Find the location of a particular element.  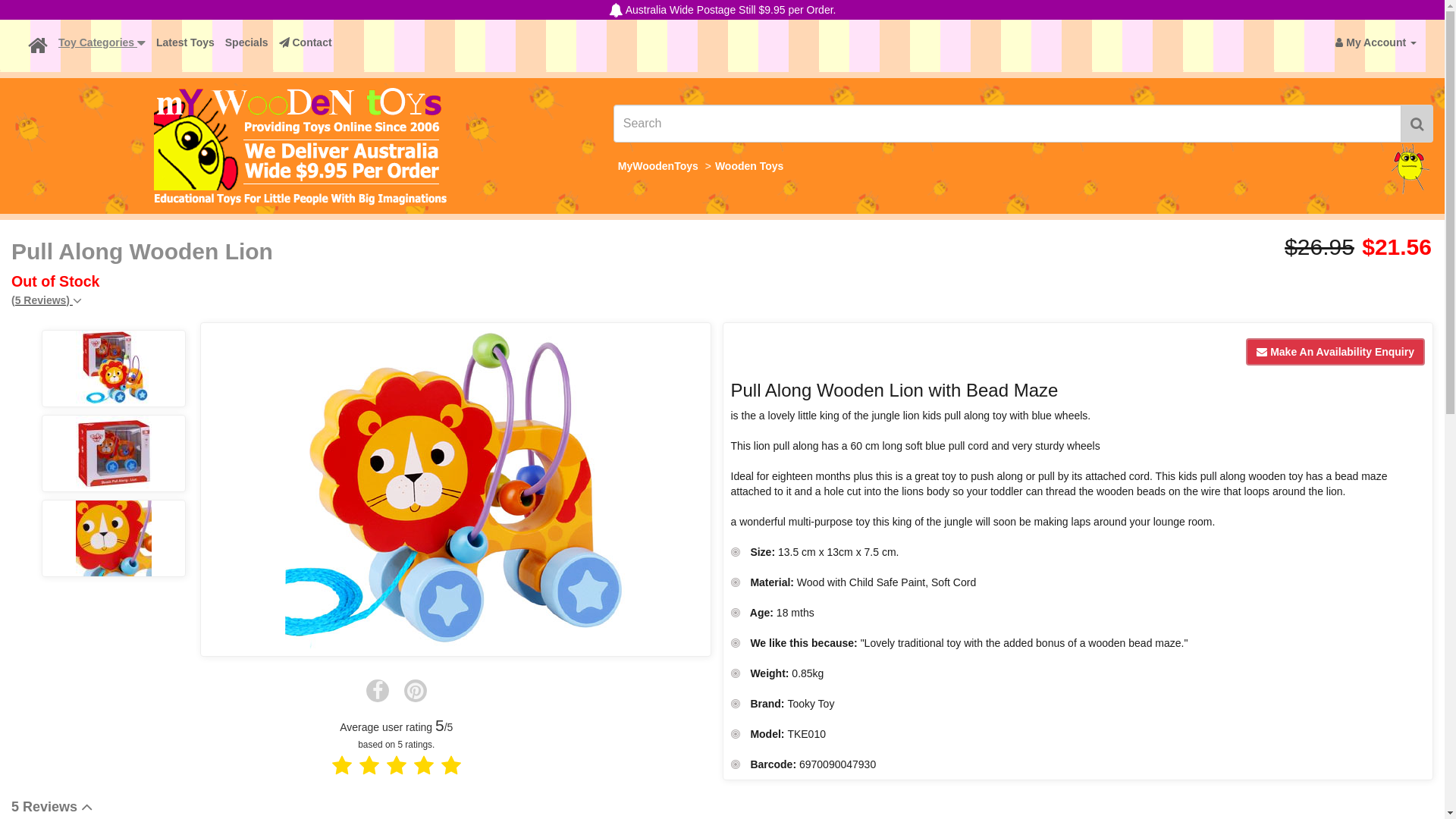

'MyWoodenToys' is located at coordinates (618, 166).